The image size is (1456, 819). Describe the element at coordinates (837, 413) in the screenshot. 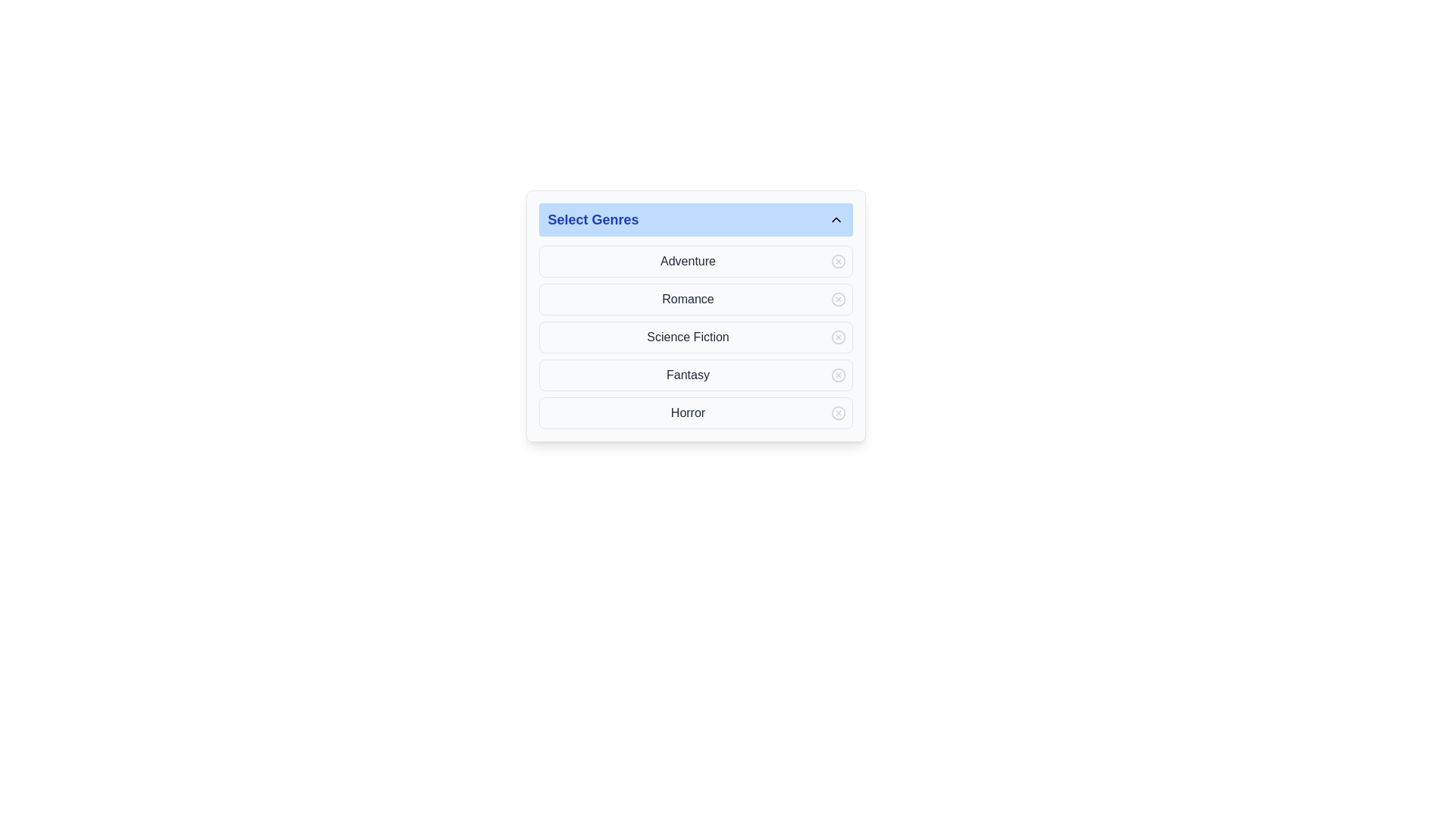

I see `the second button aligned to the far right of the 'Horror' row` at that location.